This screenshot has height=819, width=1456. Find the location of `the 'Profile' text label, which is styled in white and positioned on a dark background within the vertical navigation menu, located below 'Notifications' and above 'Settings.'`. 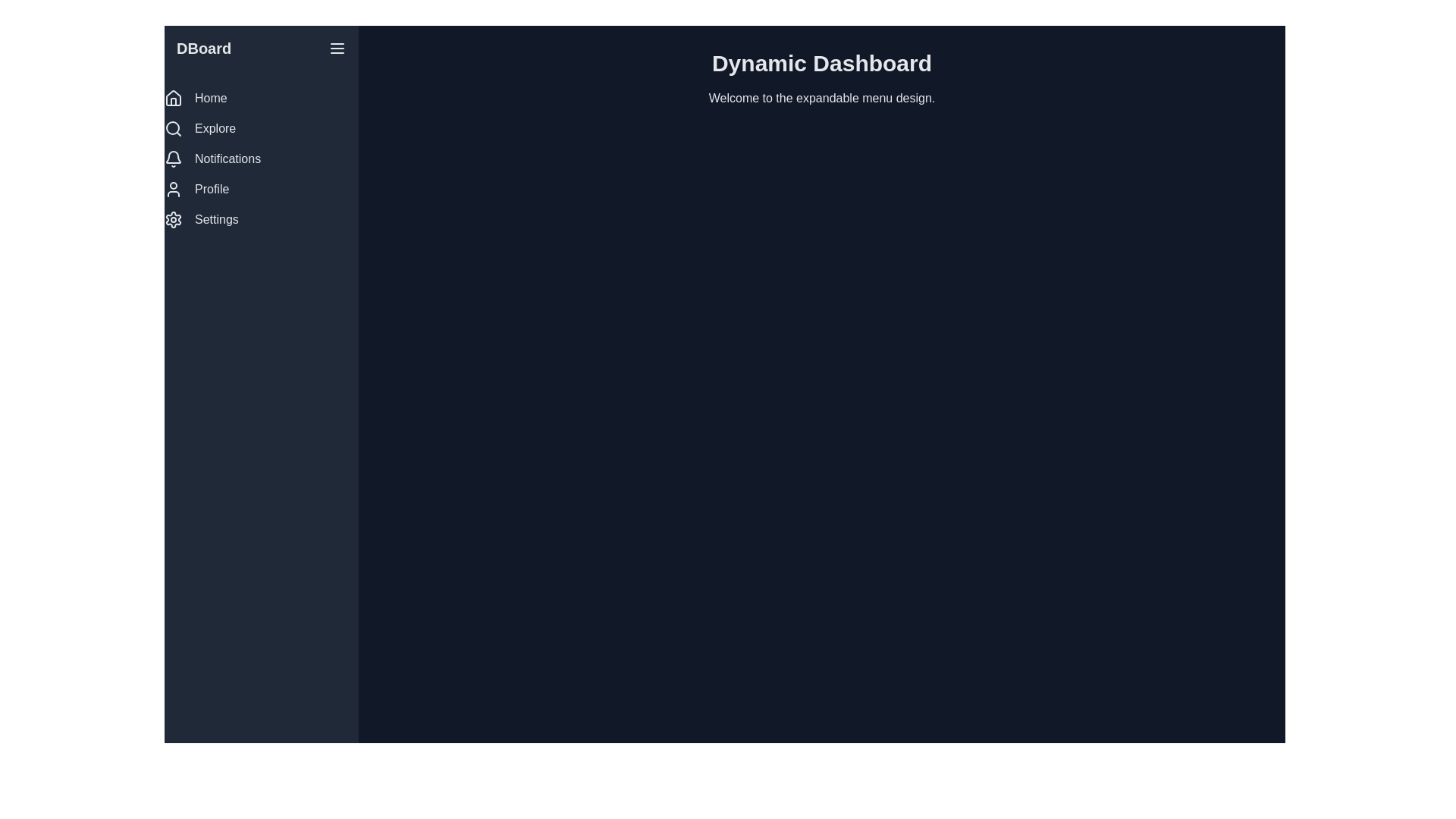

the 'Profile' text label, which is styled in white and positioned on a dark background within the vertical navigation menu, located below 'Notifications' and above 'Settings.' is located at coordinates (211, 189).